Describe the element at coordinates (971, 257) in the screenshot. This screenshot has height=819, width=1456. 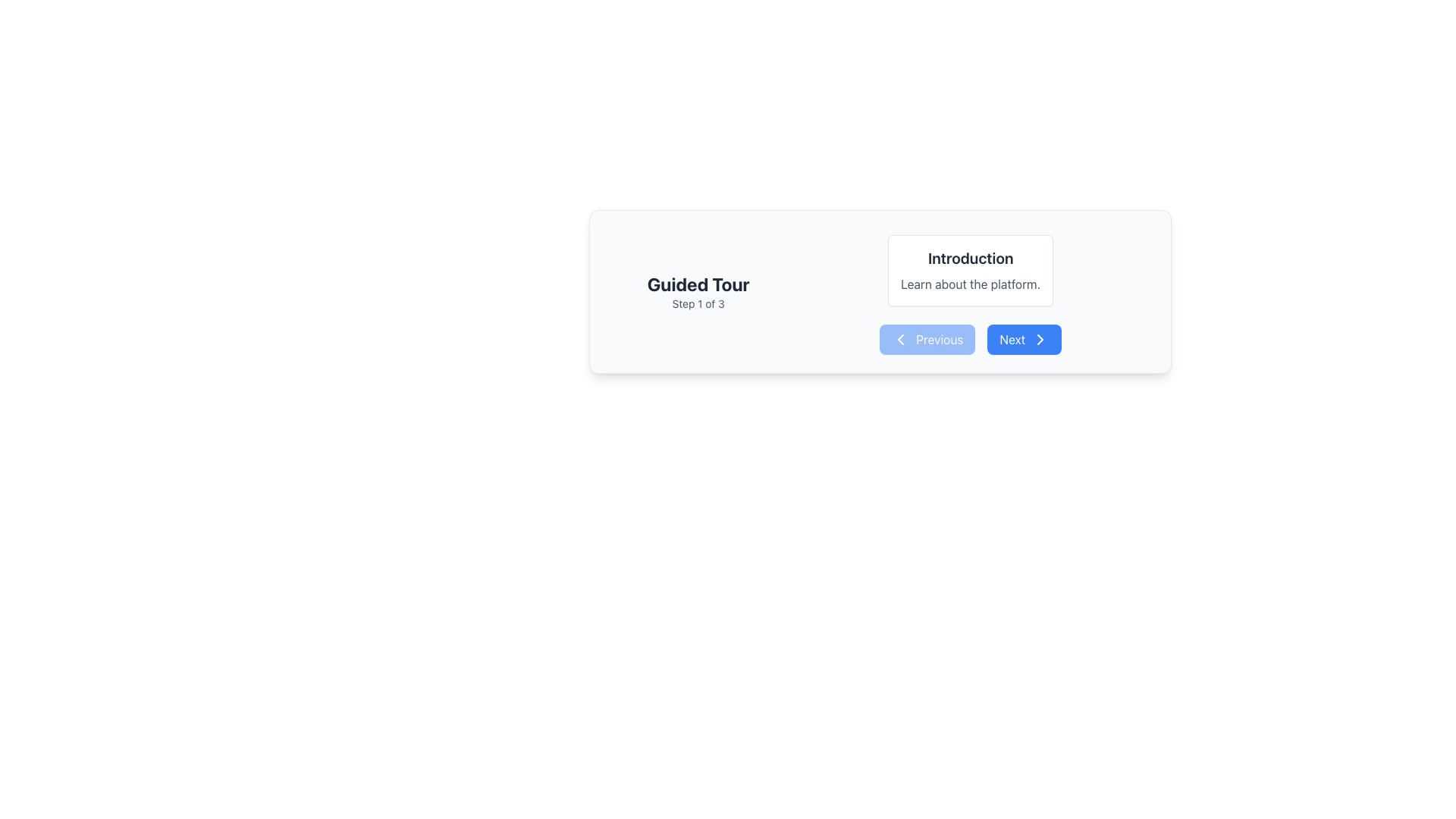
I see `descriptive heading text label located at the top part of the white card, which provides context about the content below it` at that location.